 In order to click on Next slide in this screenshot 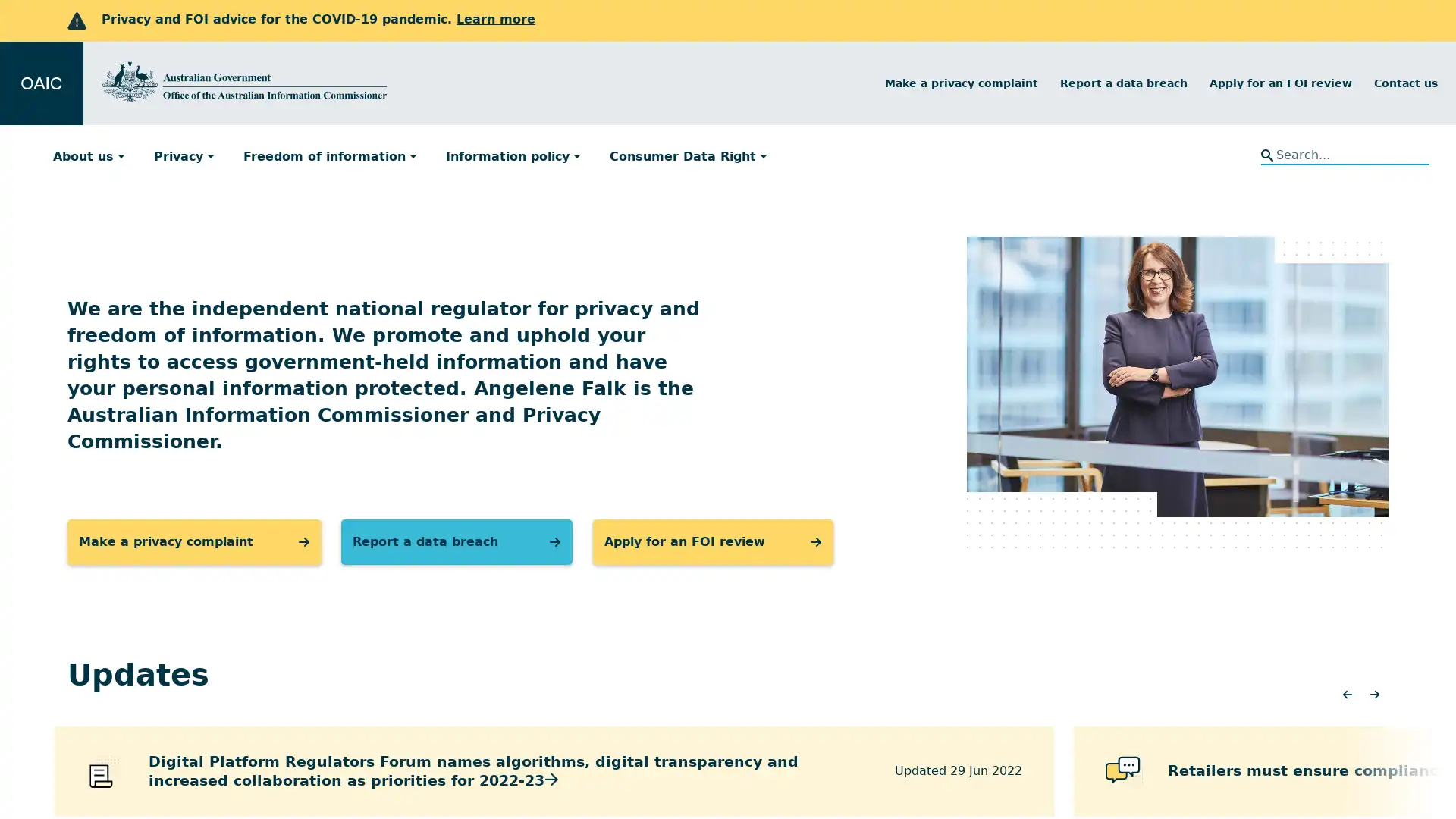, I will do `click(1374, 695)`.